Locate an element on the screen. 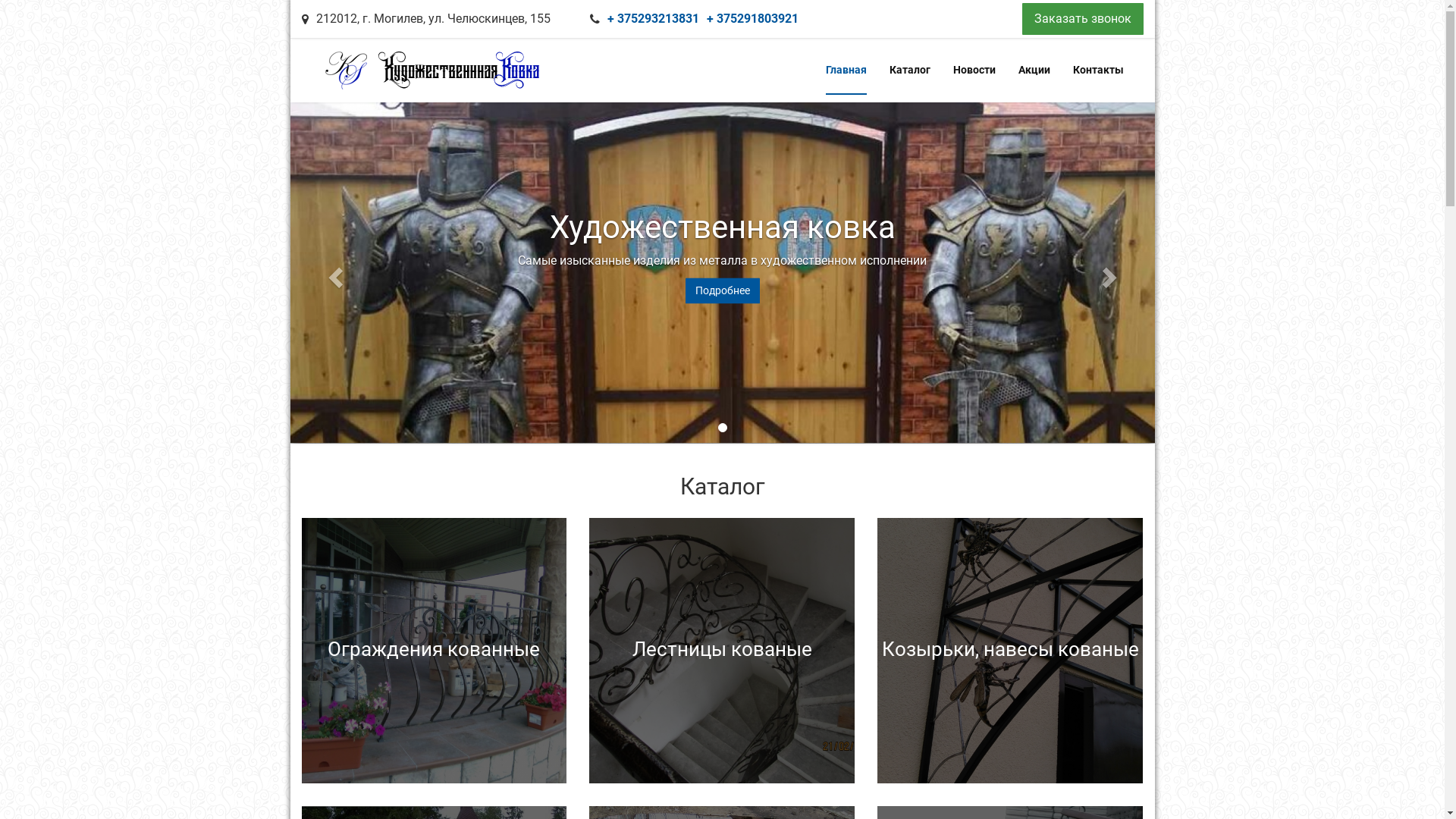  '+ 375291803921' is located at coordinates (752, 18).